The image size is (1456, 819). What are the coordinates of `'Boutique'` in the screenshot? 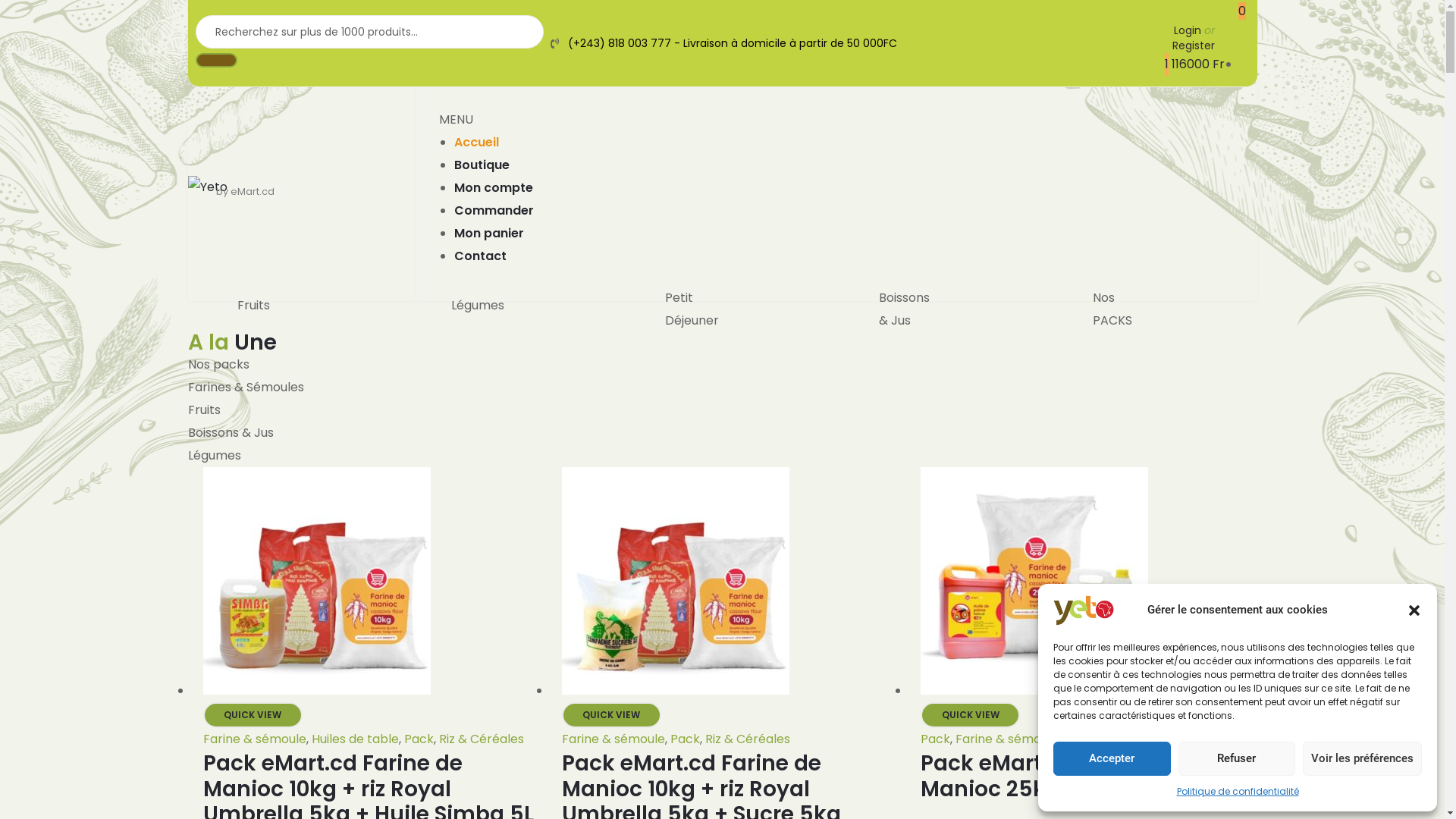 It's located at (481, 165).